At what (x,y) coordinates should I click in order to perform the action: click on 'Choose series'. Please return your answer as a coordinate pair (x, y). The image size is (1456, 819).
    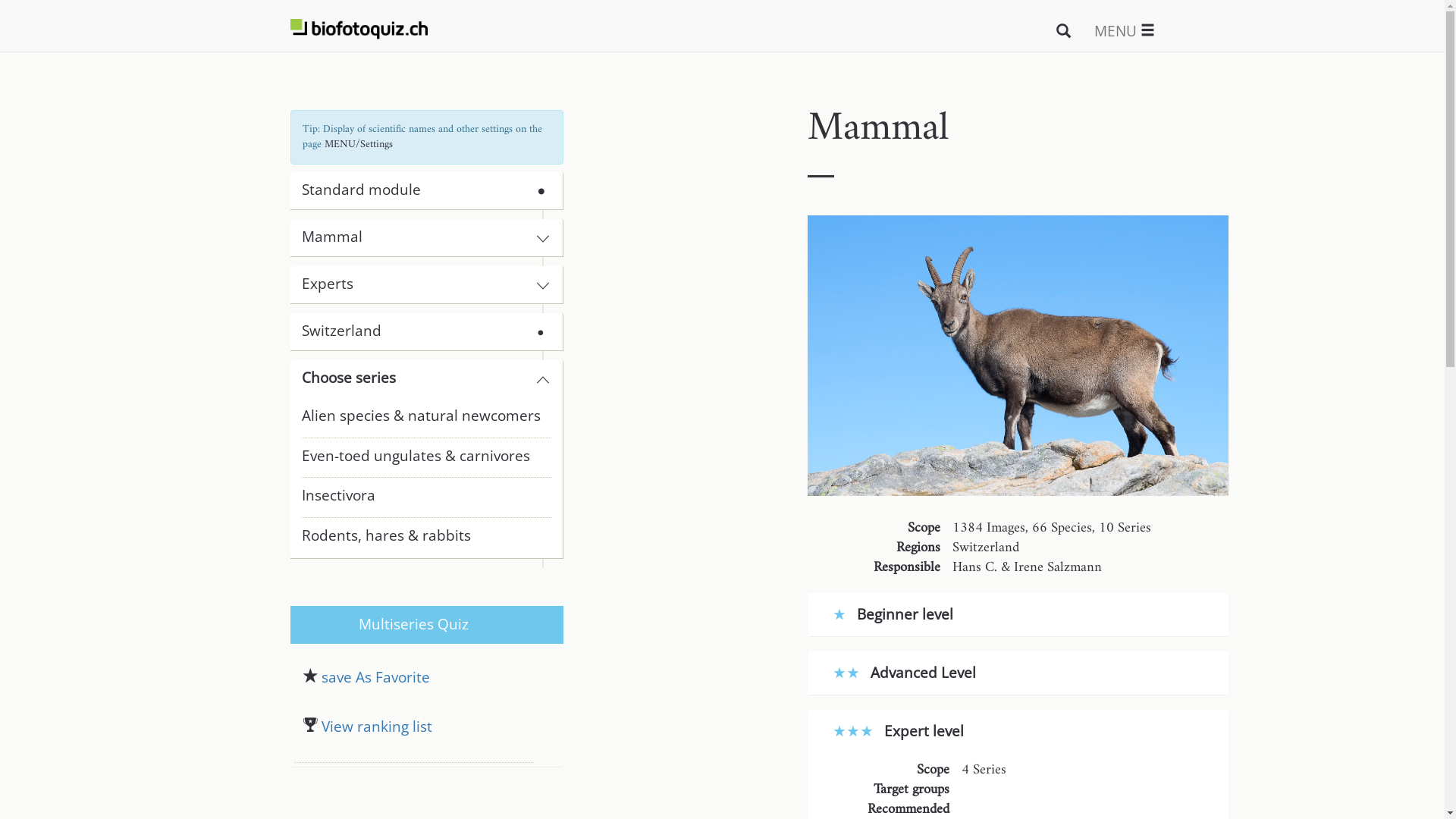
    Looking at the image, I should click on (414, 376).